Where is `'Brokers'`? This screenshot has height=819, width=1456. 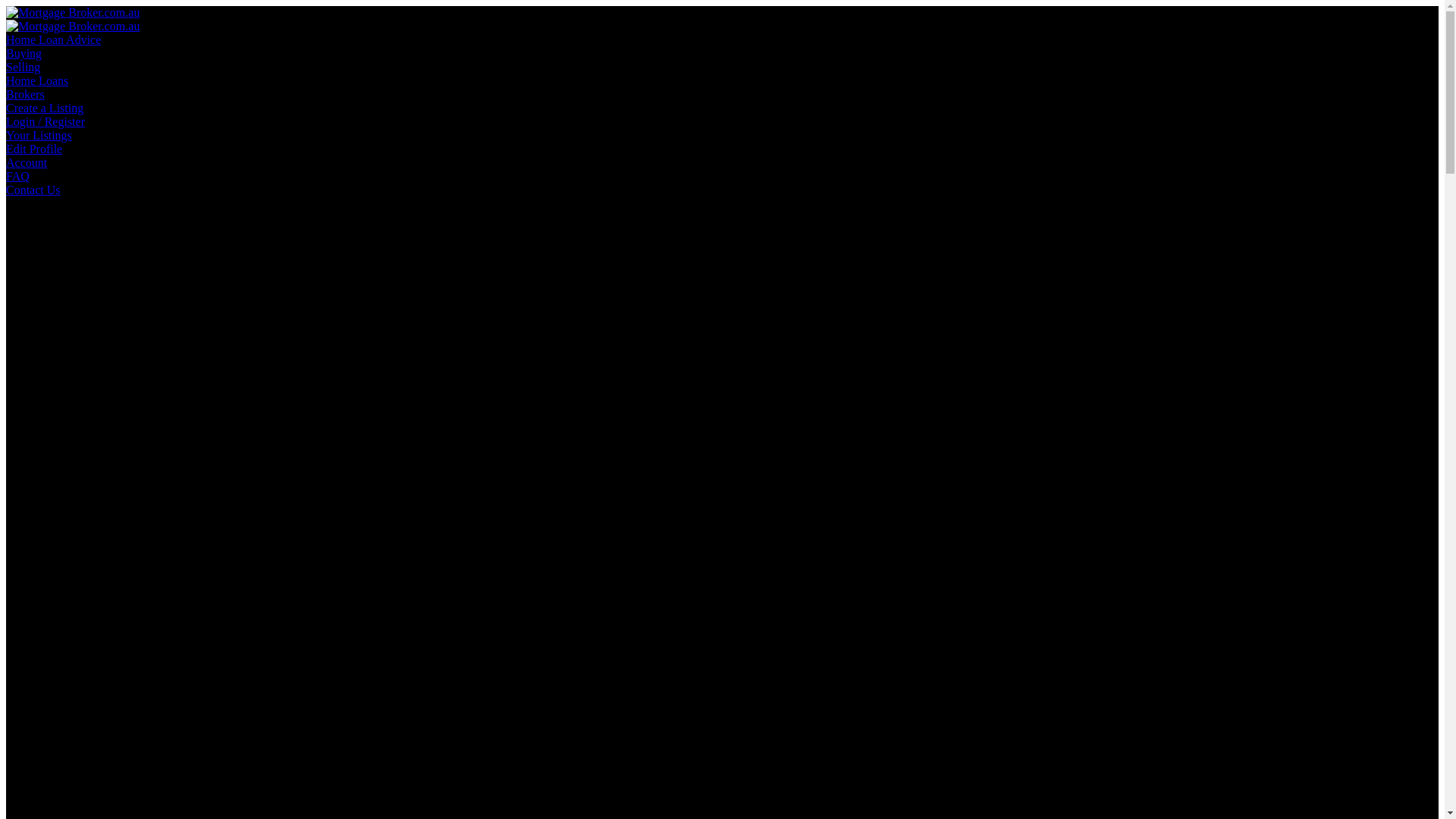 'Brokers' is located at coordinates (25, 94).